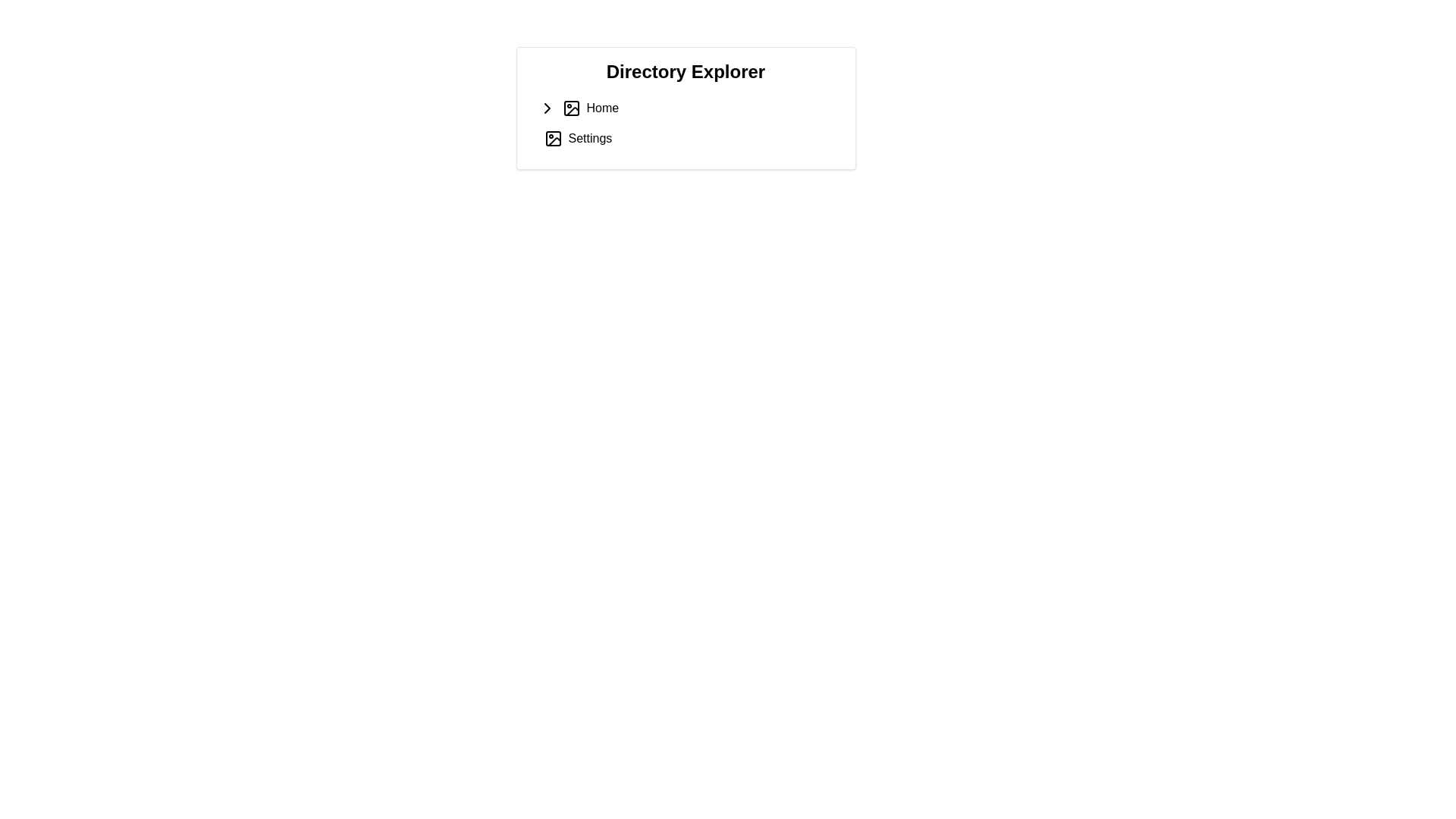 This screenshot has height=819, width=1456. Describe the element at coordinates (546, 107) in the screenshot. I see `the chevron icon indicating the presence of a navigable or collapsible section for the 'Home' entry` at that location.